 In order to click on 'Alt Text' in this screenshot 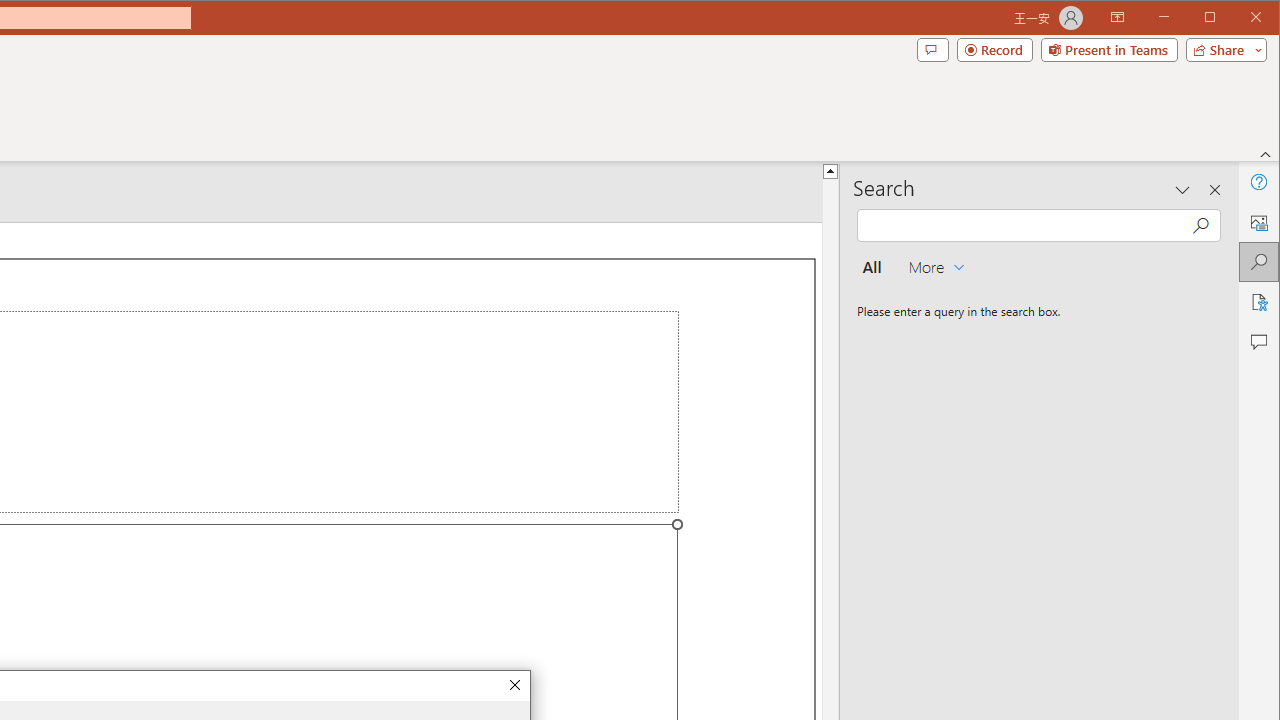, I will do `click(1257, 222)`.